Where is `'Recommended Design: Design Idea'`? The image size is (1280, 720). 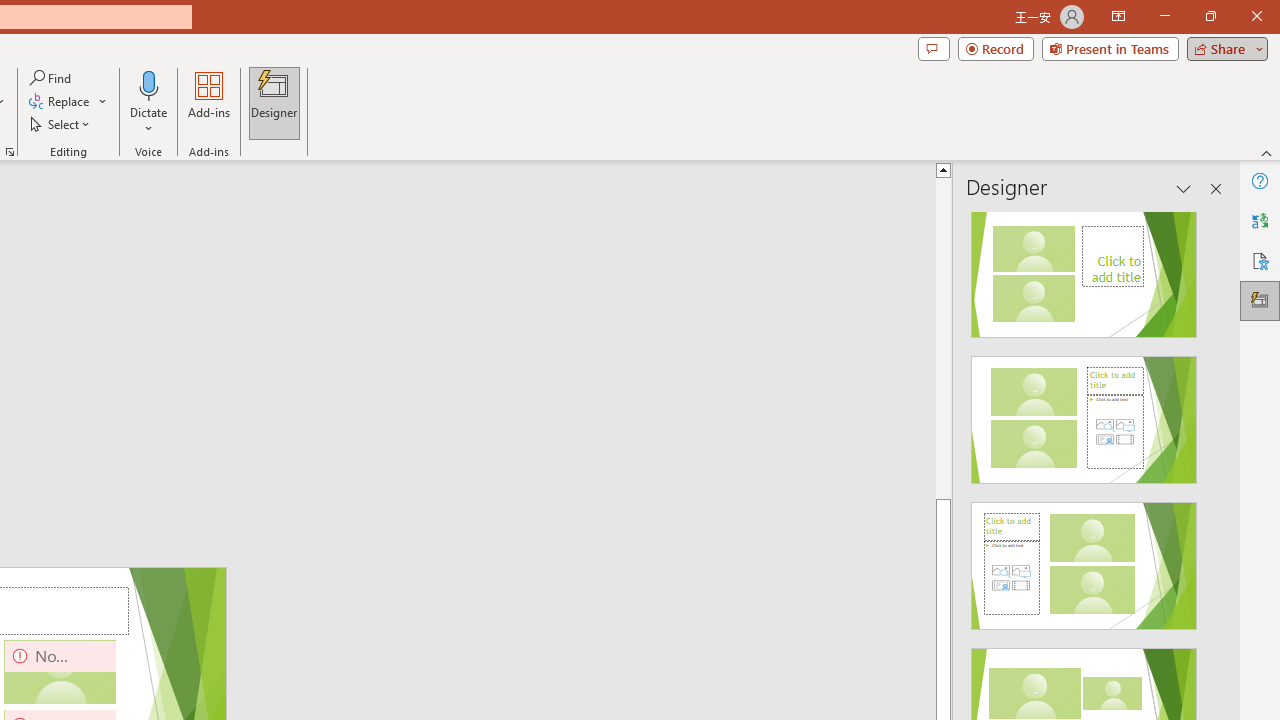
'Recommended Design: Design Idea' is located at coordinates (1083, 267).